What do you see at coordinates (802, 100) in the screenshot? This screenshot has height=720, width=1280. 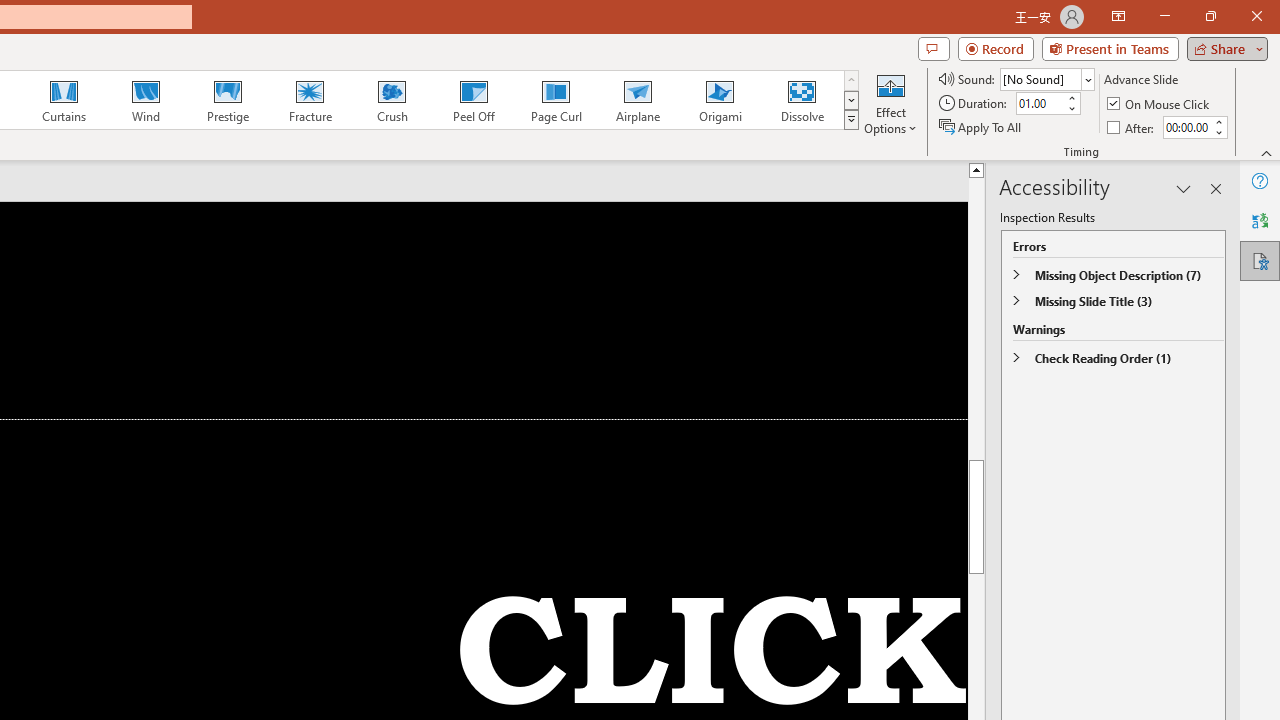 I see `'Dissolve'` at bounding box center [802, 100].